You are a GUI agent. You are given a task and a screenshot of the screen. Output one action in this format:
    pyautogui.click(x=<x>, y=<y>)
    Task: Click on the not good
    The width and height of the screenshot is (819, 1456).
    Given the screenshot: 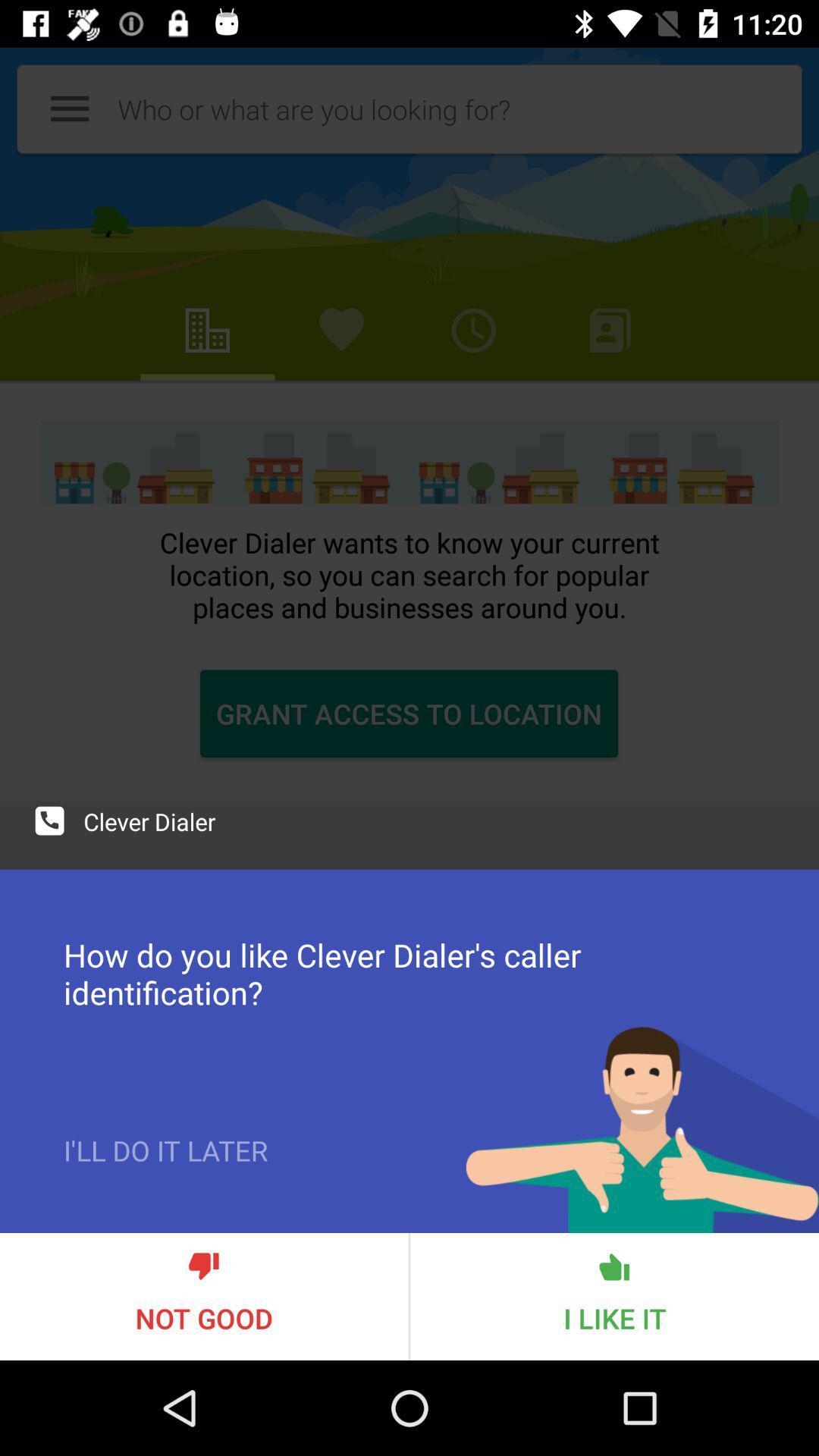 What is the action you would take?
    pyautogui.click(x=203, y=1295)
    